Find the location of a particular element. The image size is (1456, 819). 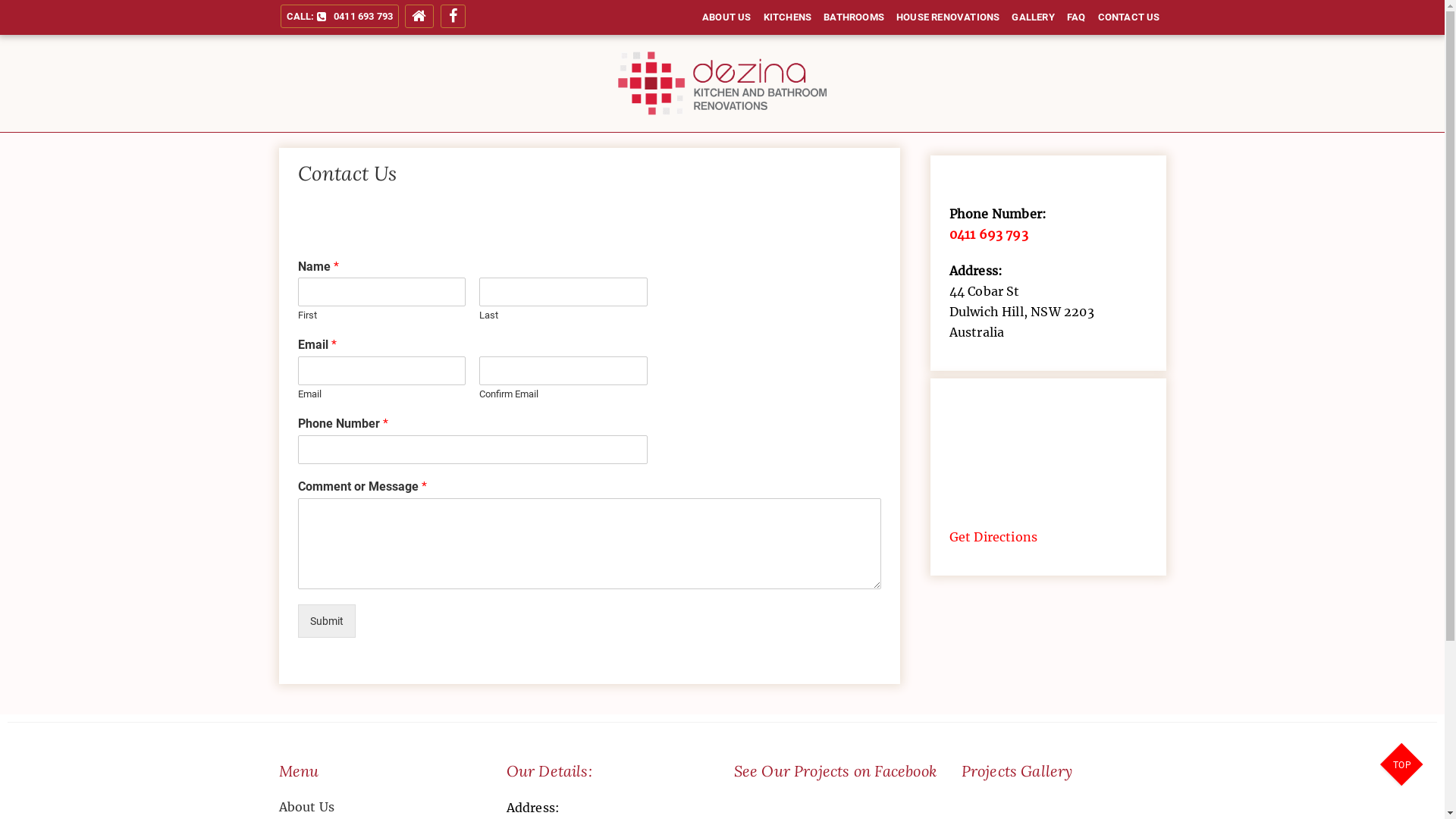

'Submit' is located at coordinates (325, 620).